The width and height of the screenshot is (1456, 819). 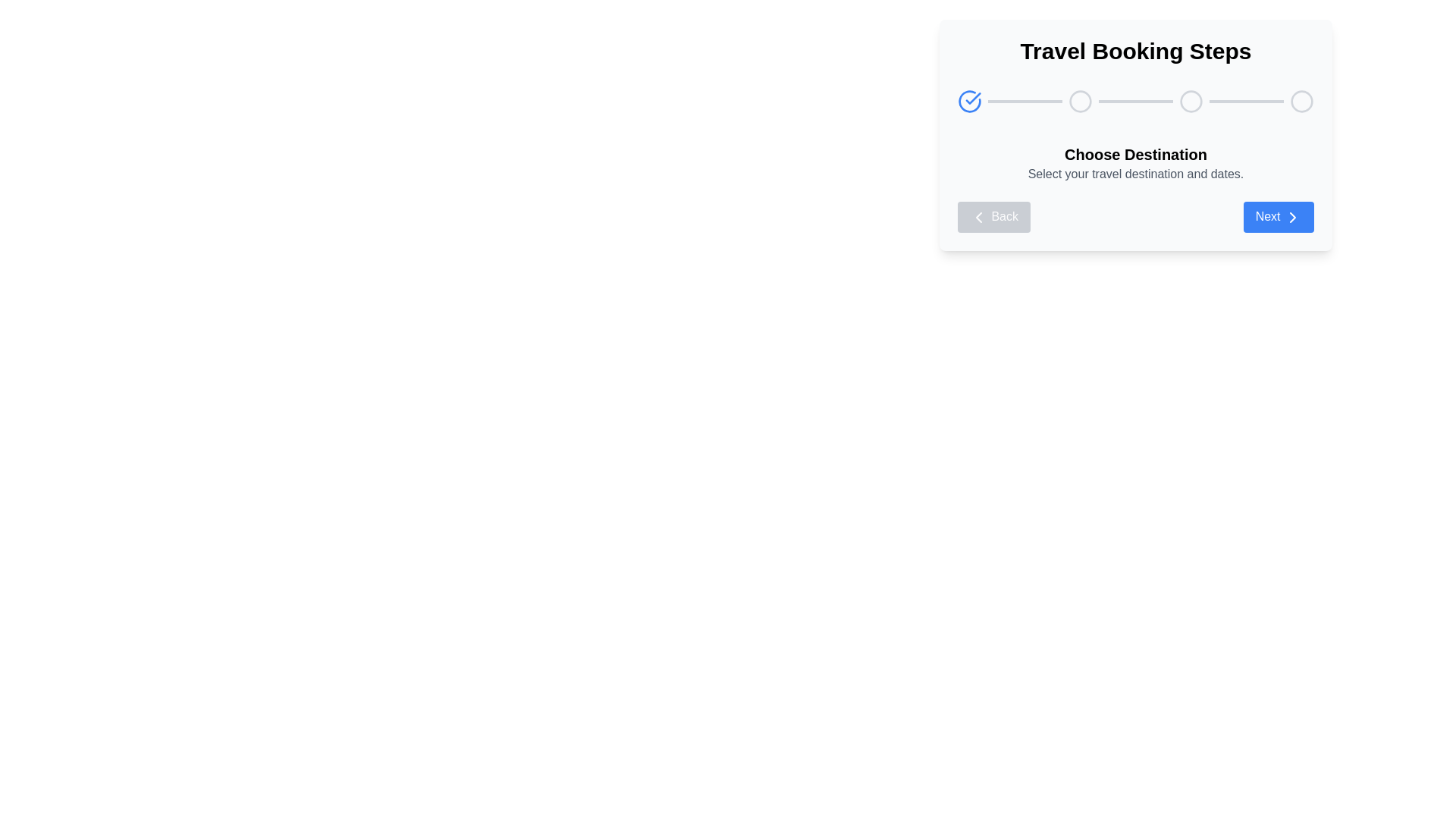 I want to click on the first progress bar segment in the 'Travel Booking Steps' user interface, which visually represents the progress state between the first and second steps, so click(x=1025, y=102).